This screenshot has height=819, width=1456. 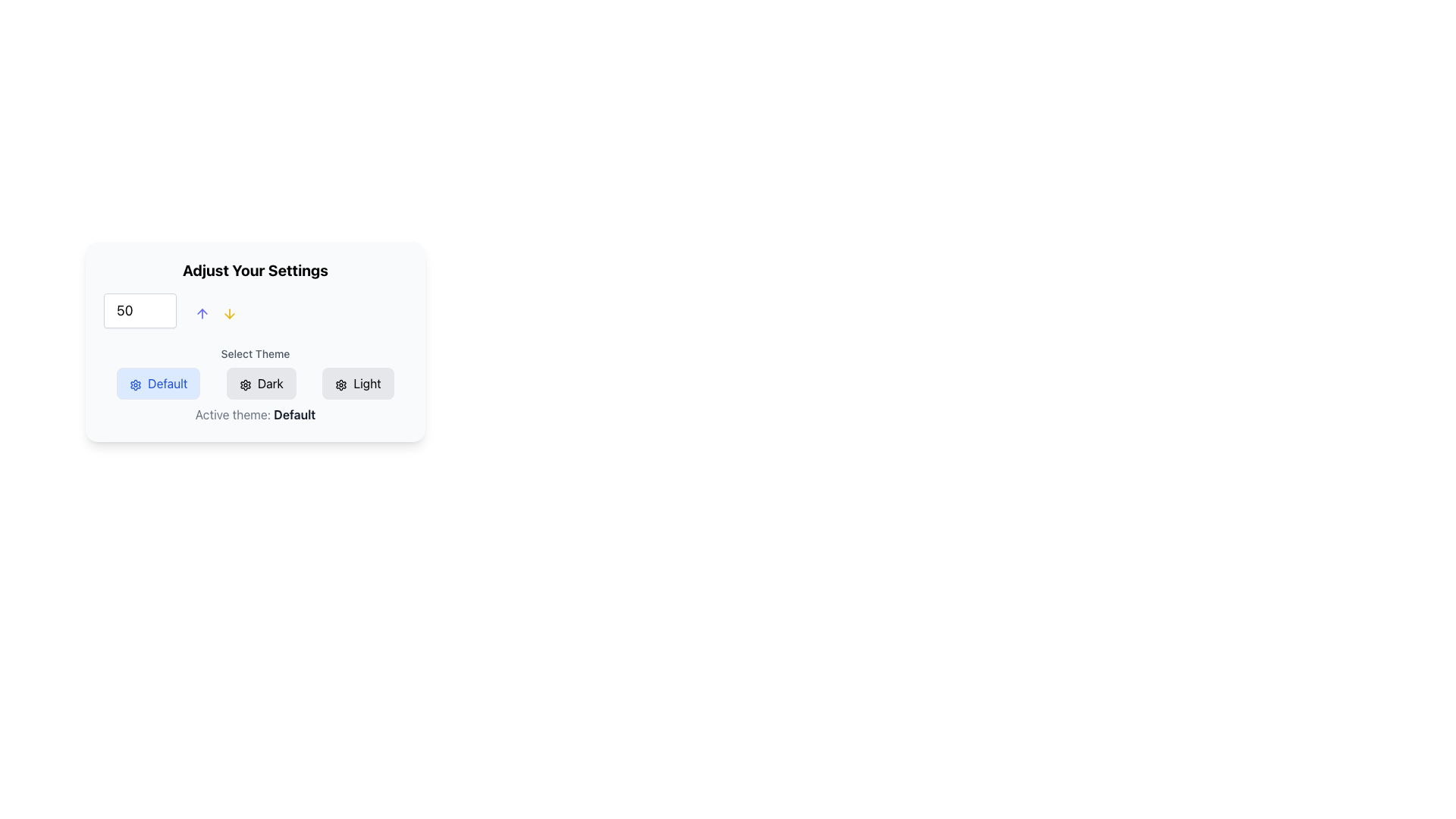 I want to click on the button with a downward arrow icon, located at the second position in the bottom row of similar buttons, so click(x=228, y=312).